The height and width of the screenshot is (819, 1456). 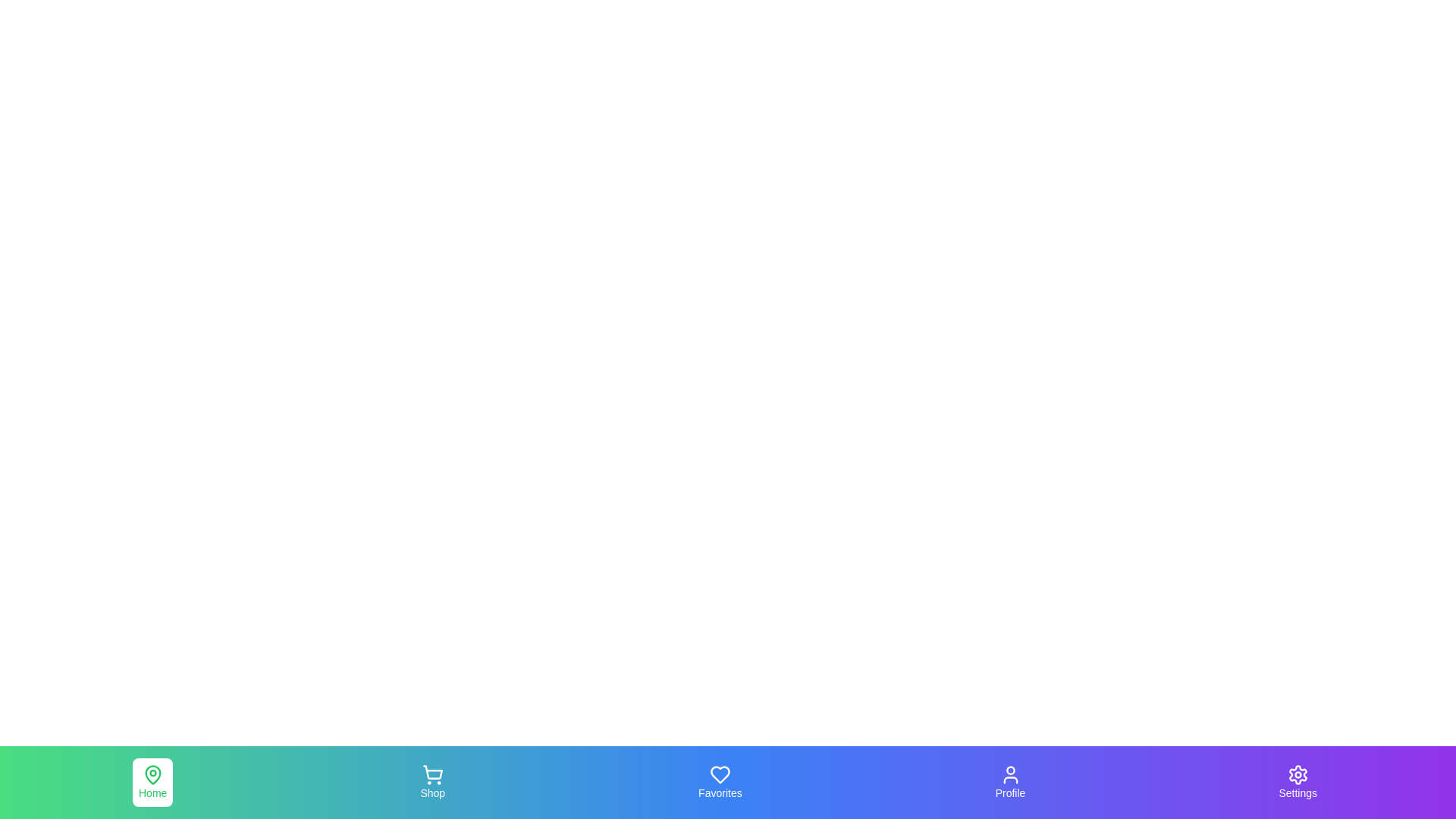 I want to click on the navigation tab labeled Favorites, so click(x=719, y=783).